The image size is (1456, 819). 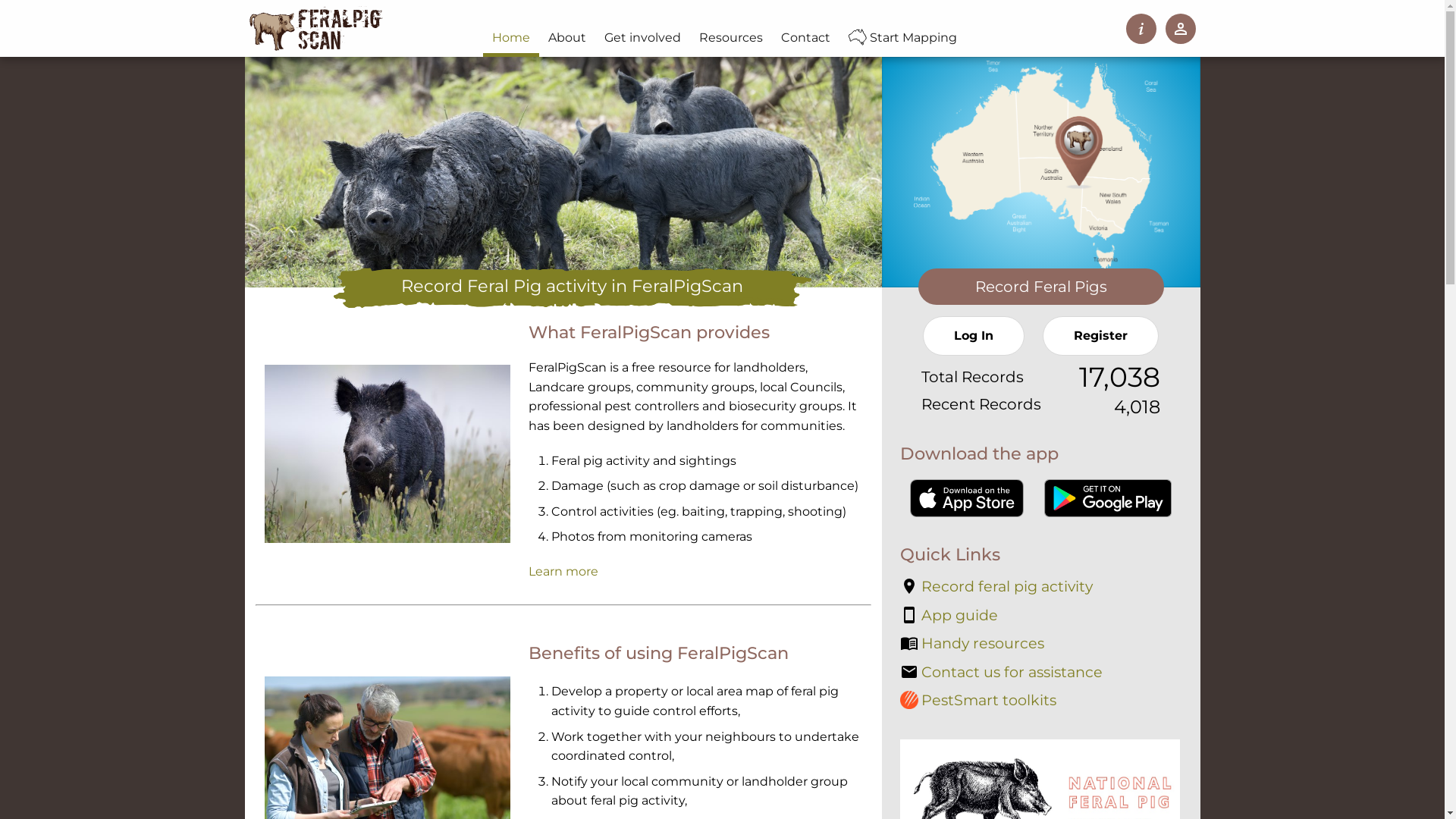 What do you see at coordinates (648, 331) in the screenshot?
I see `'What FeralPigScan provides'` at bounding box center [648, 331].